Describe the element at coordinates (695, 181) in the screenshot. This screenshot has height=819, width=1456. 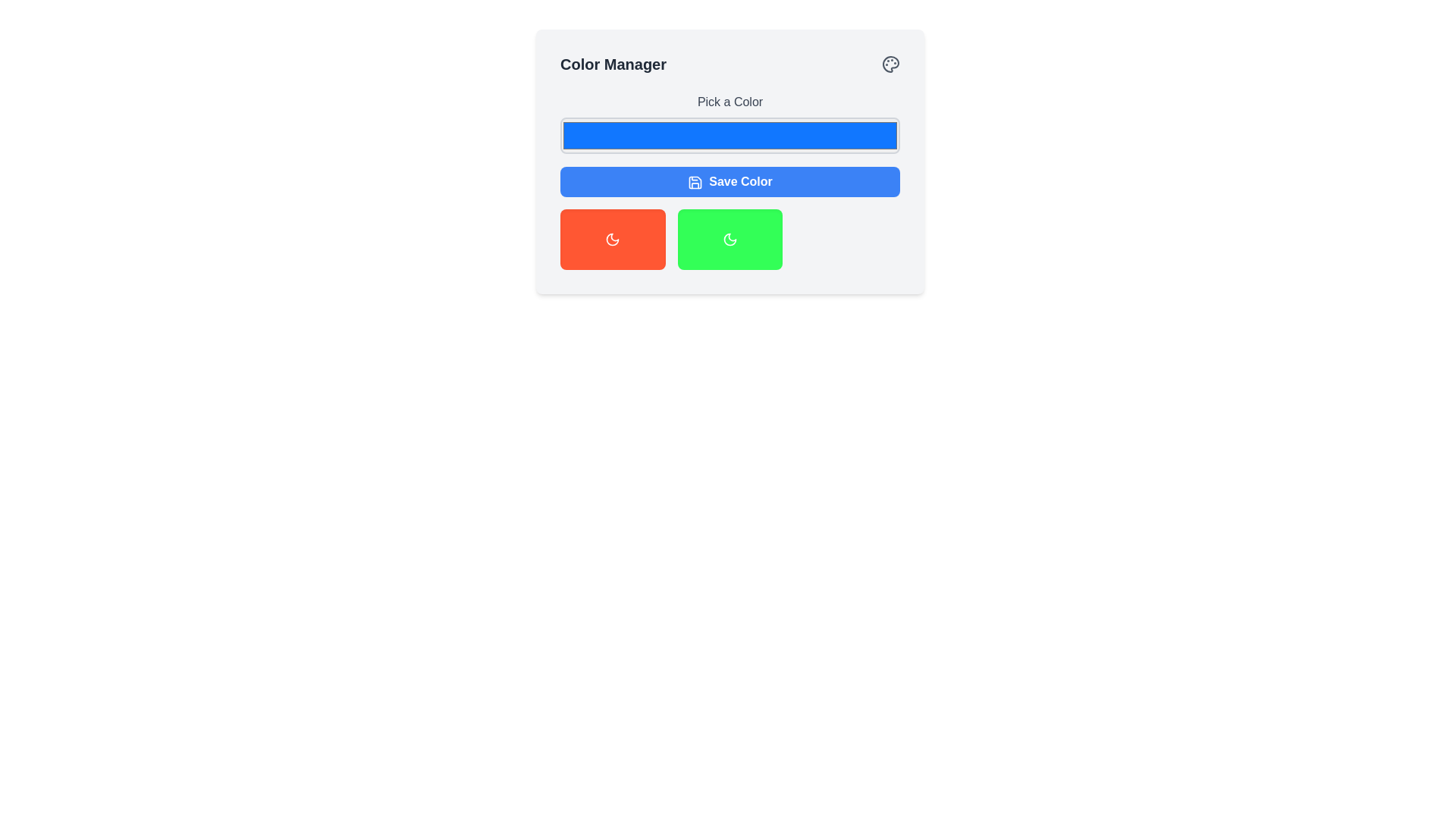
I see `the save icon, which resembles a diskette and is located to the left of the 'Save Color' text label` at that location.